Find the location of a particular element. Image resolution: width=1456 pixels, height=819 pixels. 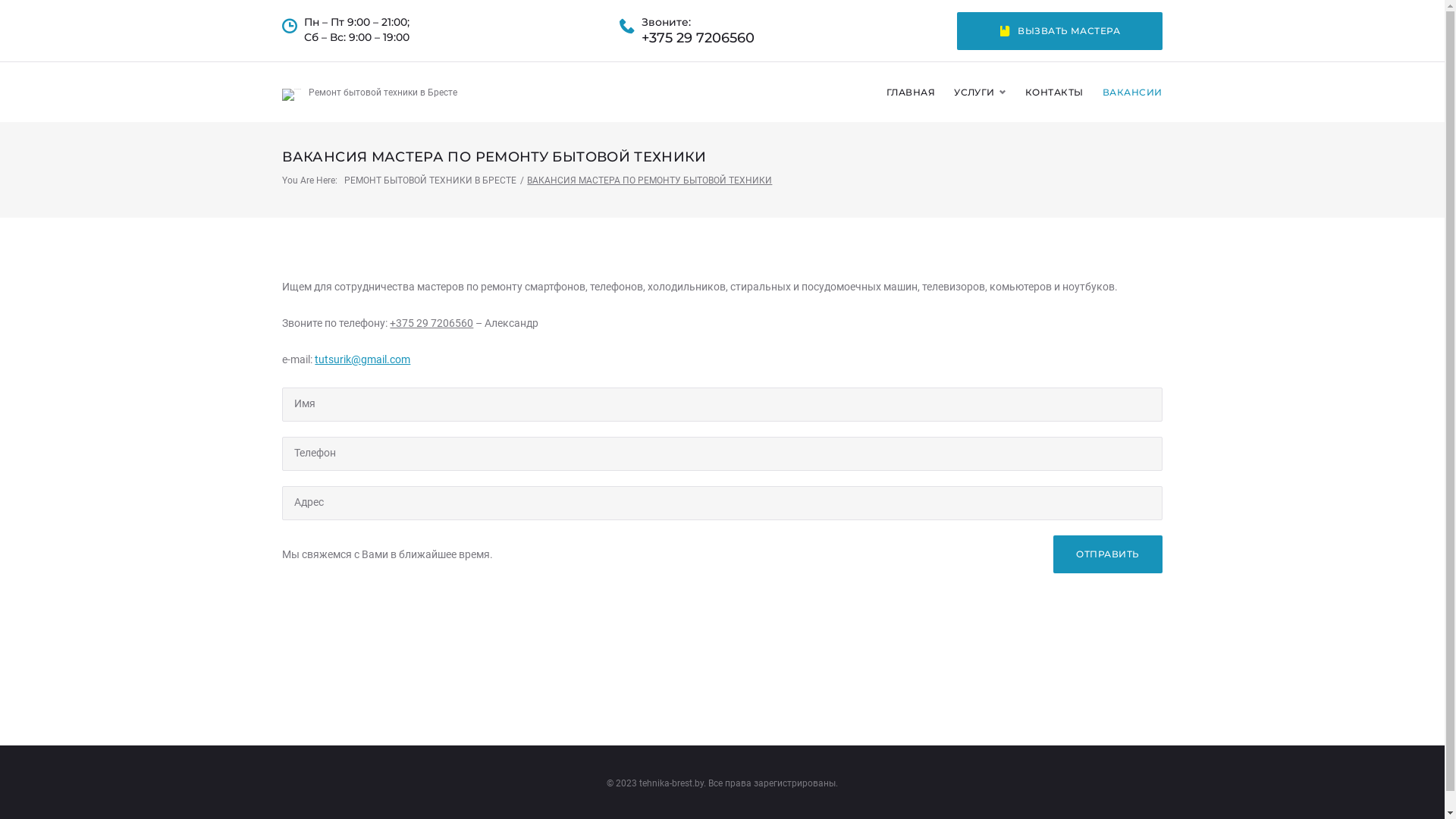

'+375 29 7206560' is located at coordinates (697, 37).